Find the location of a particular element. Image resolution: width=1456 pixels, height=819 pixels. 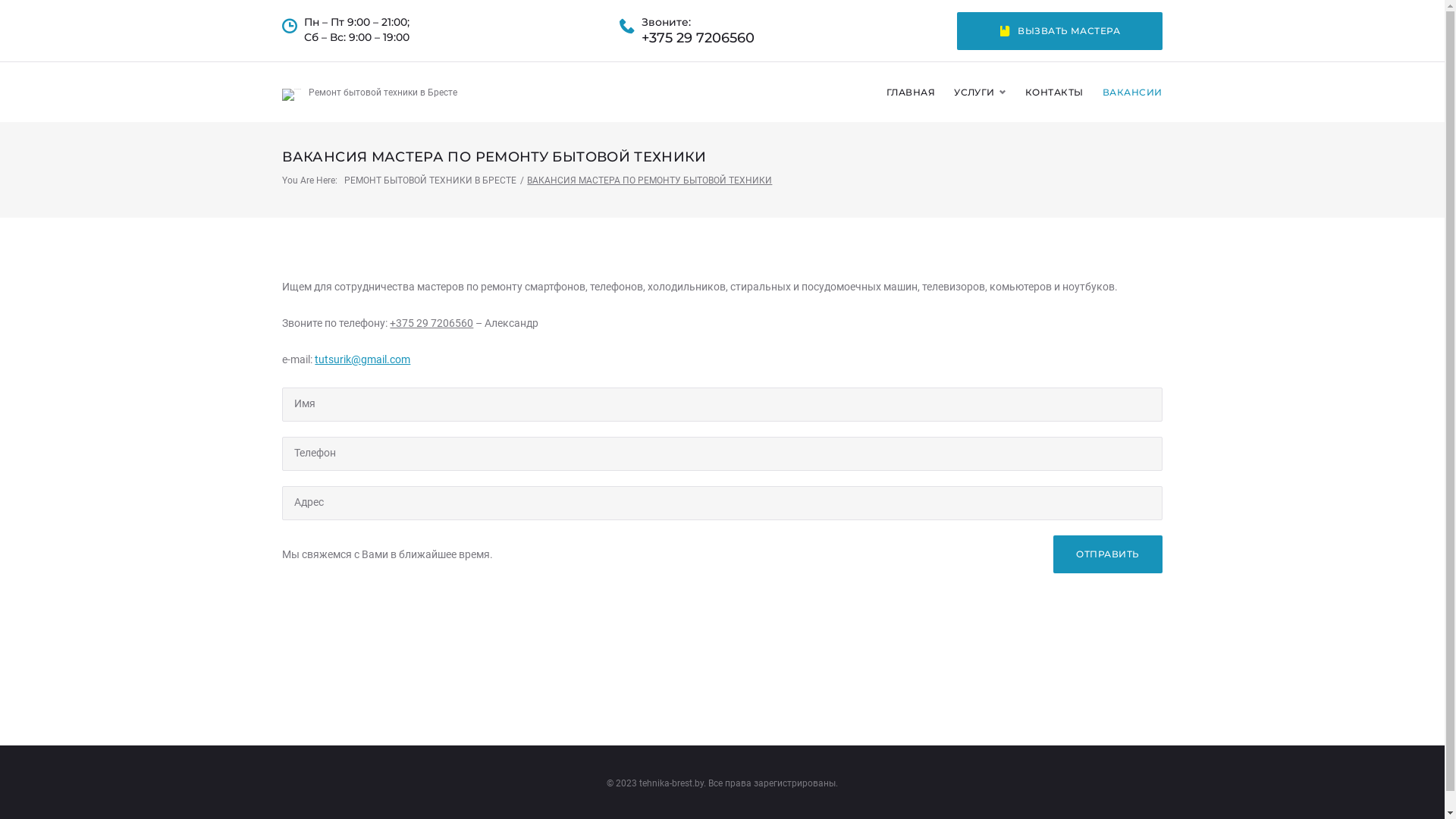

'+375 29 7206560' is located at coordinates (697, 37).